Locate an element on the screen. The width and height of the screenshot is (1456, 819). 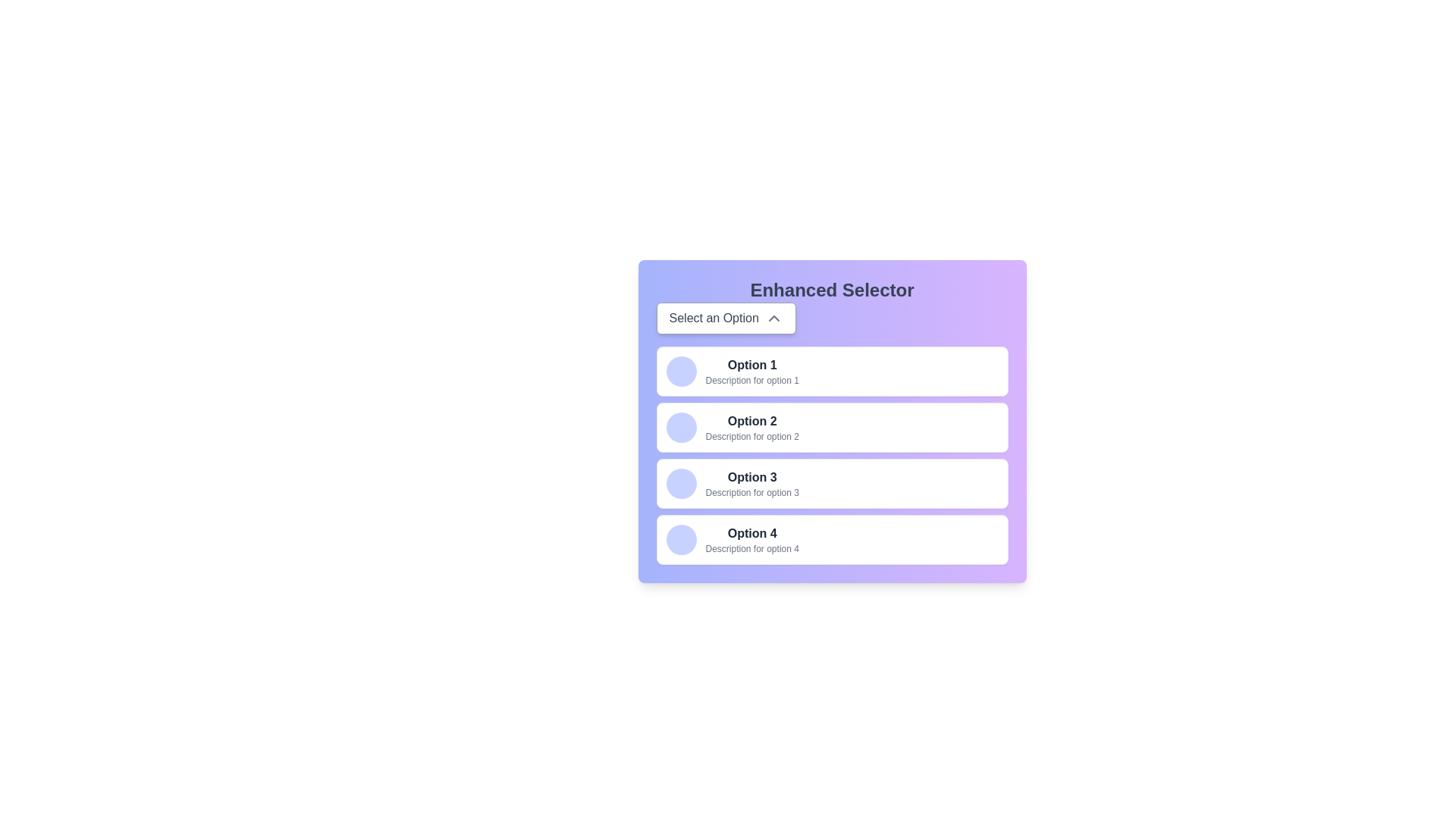
the first selectable list item labeled 'Option 1' is located at coordinates (752, 371).